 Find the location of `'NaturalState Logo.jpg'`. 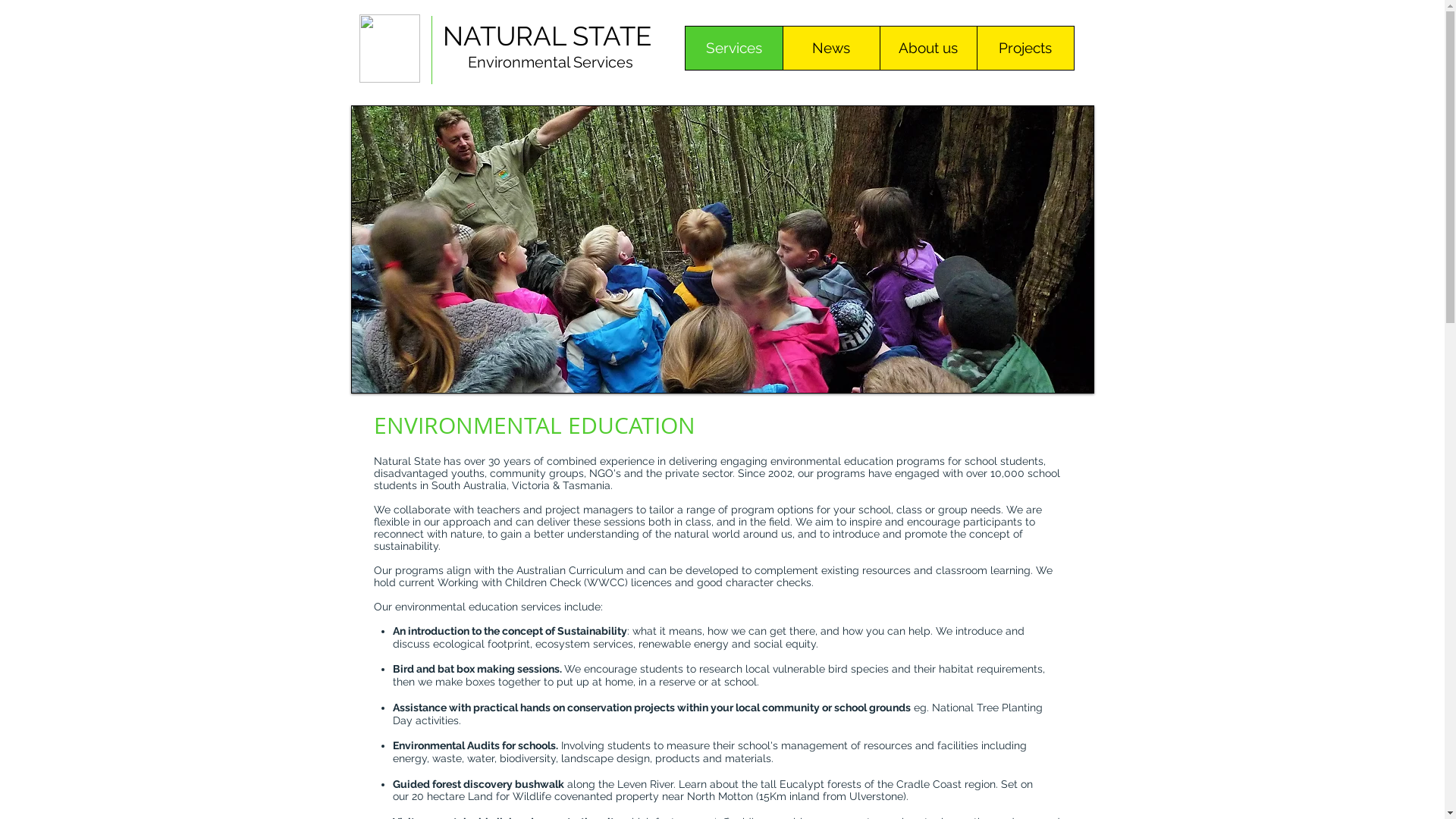

'NaturalState Logo.jpg' is located at coordinates (359, 48).